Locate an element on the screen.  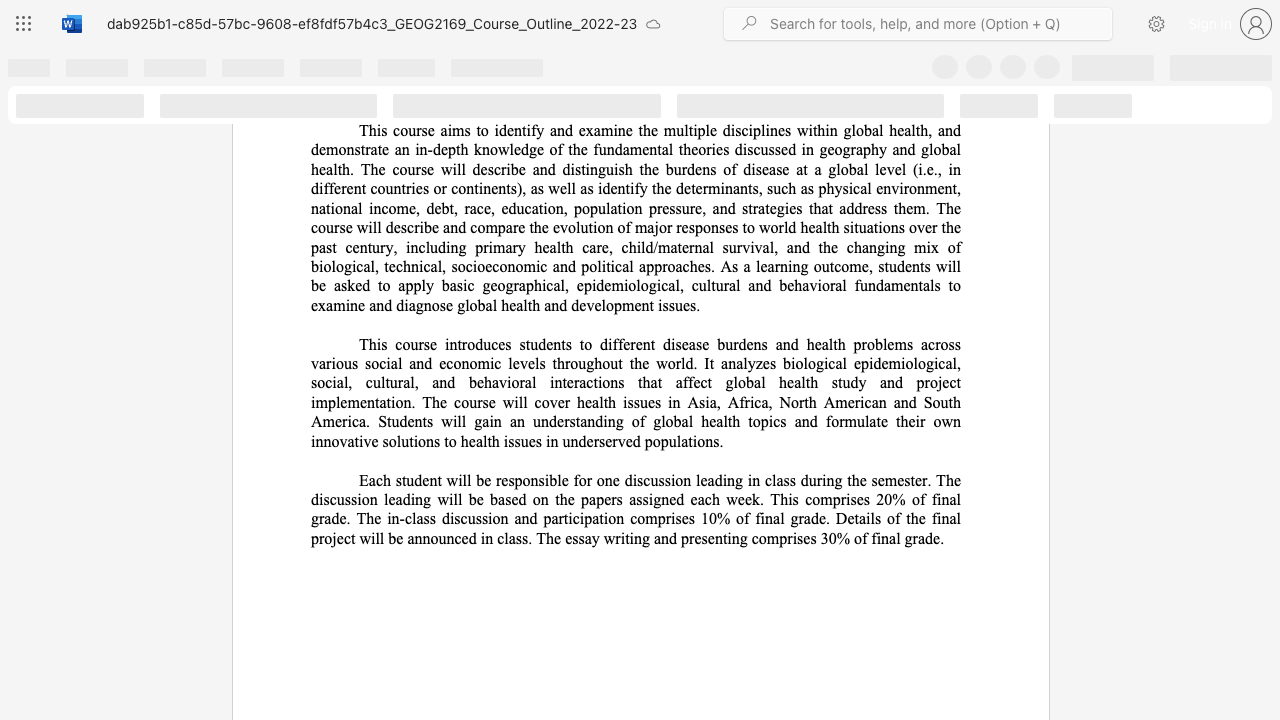
the 1th character "o" in the text is located at coordinates (817, 265).